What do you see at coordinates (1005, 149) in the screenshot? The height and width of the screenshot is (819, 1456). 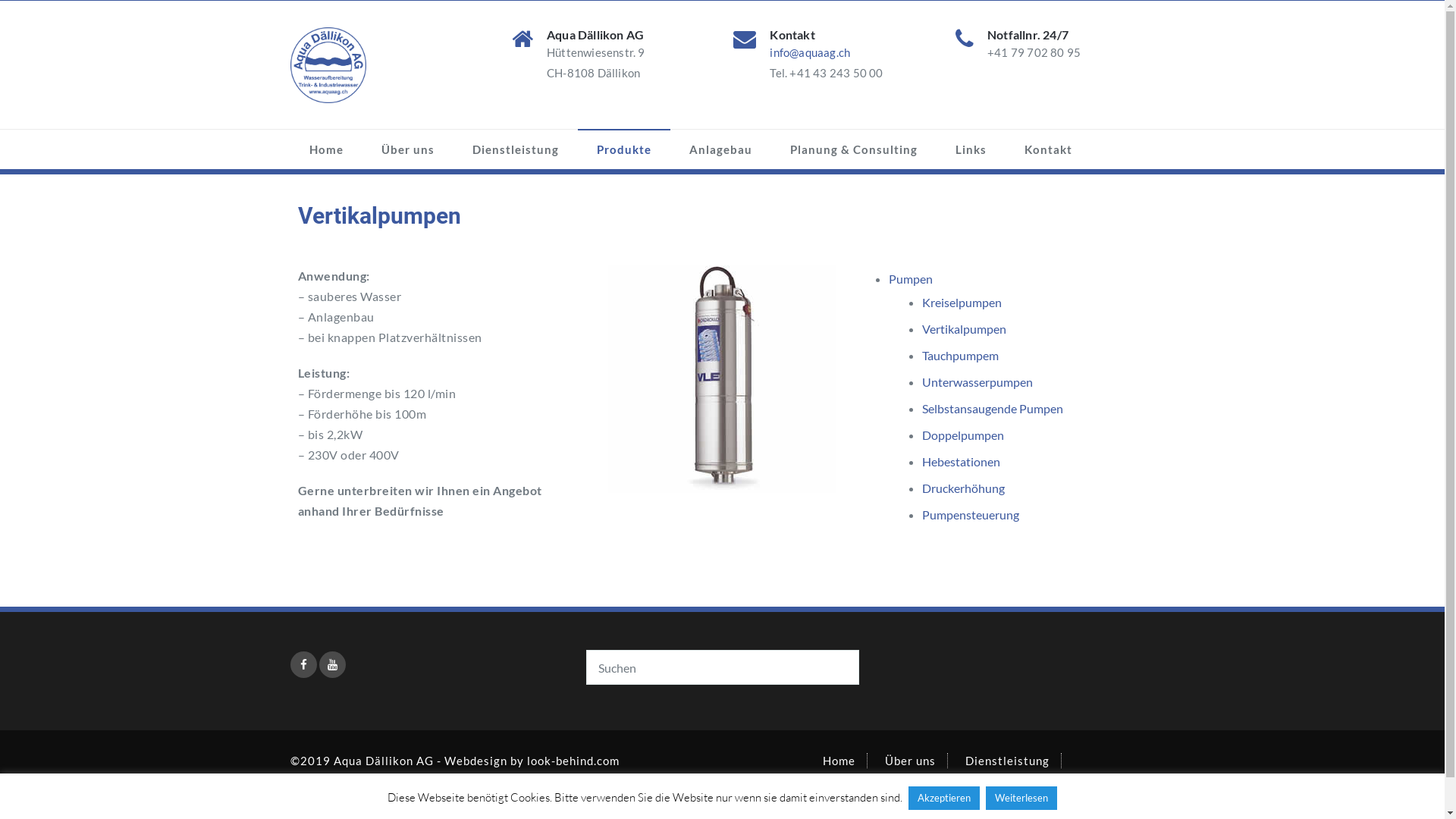 I see `'Kontakt'` at bounding box center [1005, 149].